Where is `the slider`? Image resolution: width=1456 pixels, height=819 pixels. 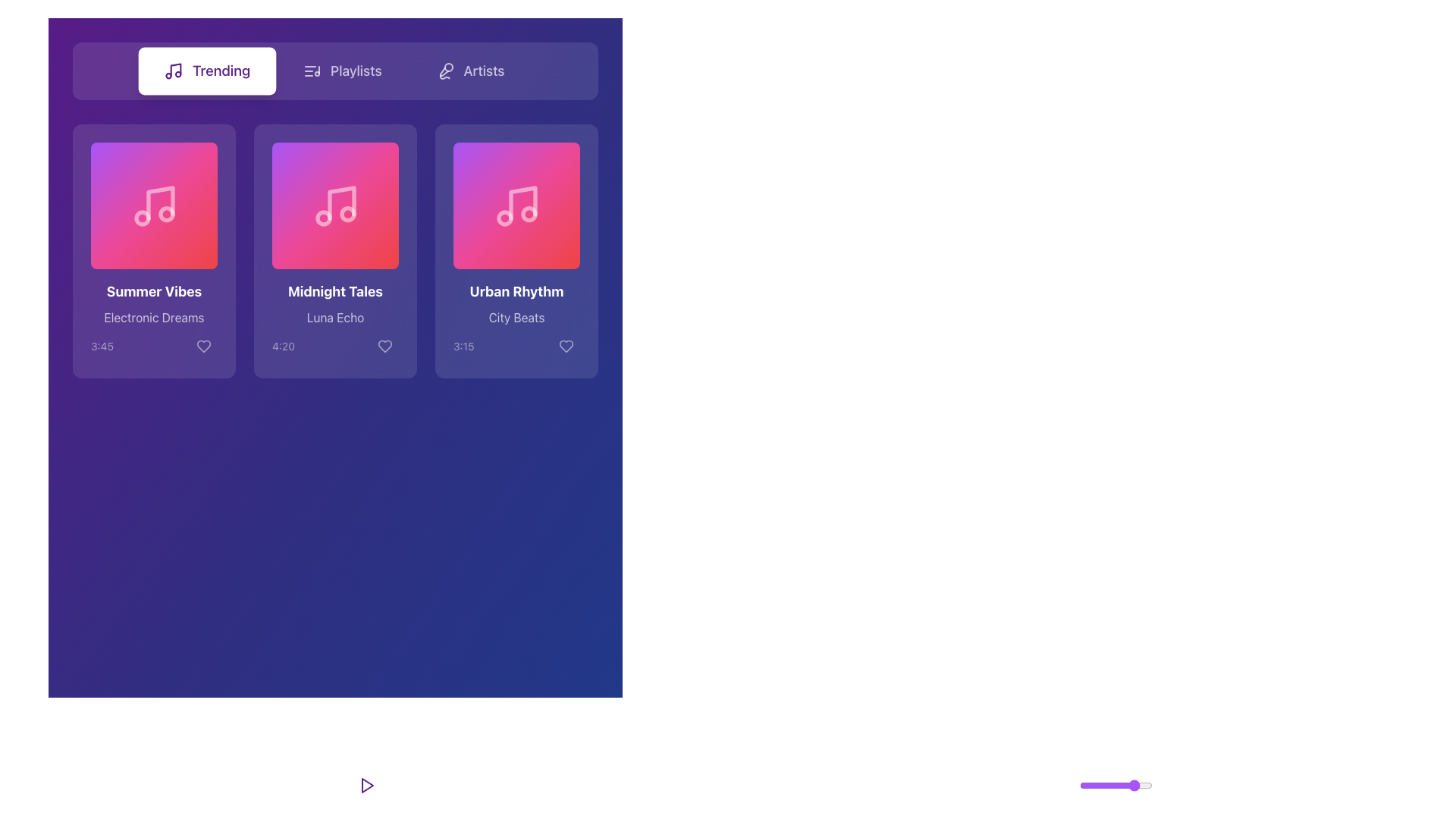
the slider is located at coordinates (1090, 785).